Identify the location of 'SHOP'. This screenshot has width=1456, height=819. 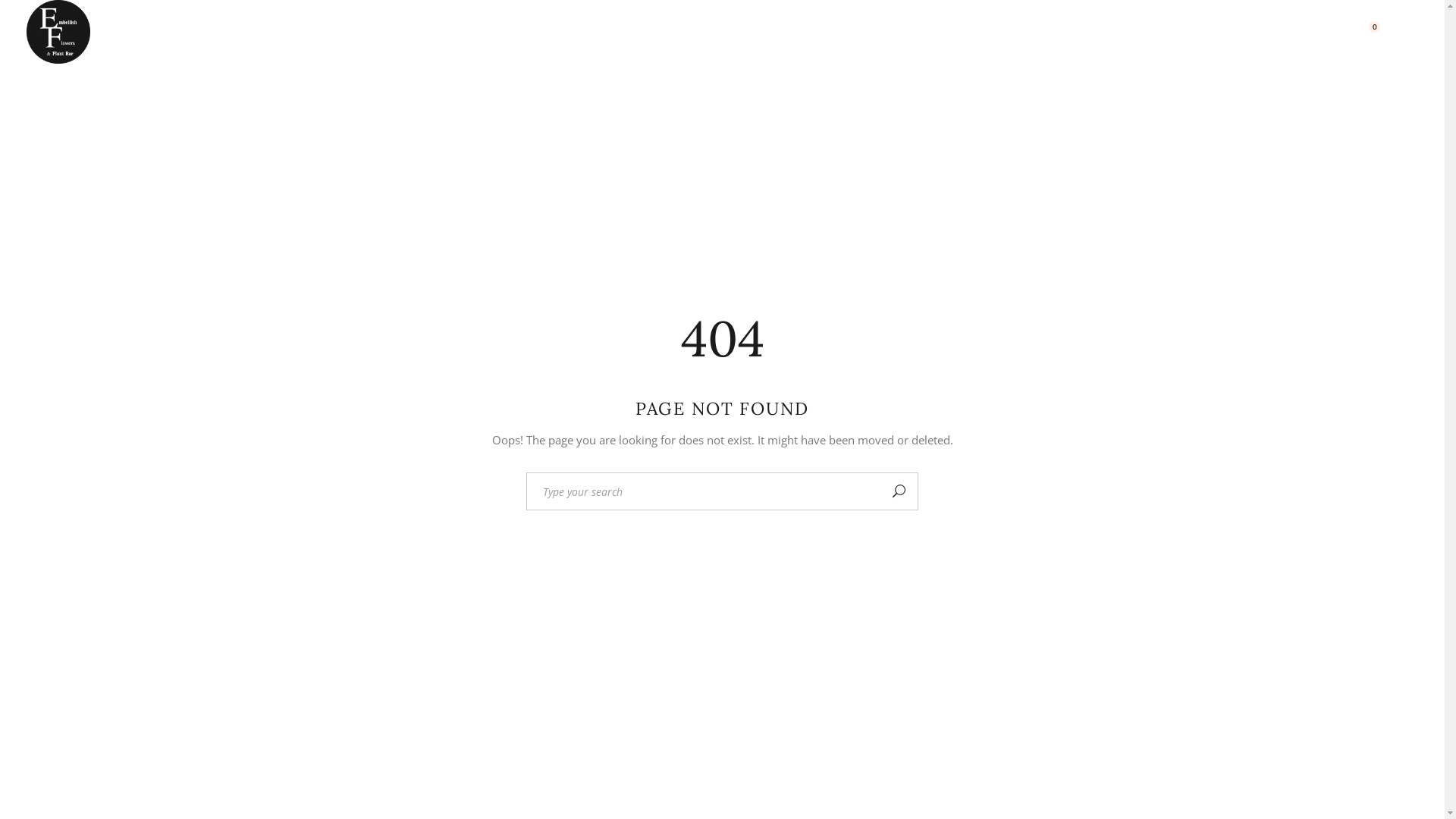
(1163, 32).